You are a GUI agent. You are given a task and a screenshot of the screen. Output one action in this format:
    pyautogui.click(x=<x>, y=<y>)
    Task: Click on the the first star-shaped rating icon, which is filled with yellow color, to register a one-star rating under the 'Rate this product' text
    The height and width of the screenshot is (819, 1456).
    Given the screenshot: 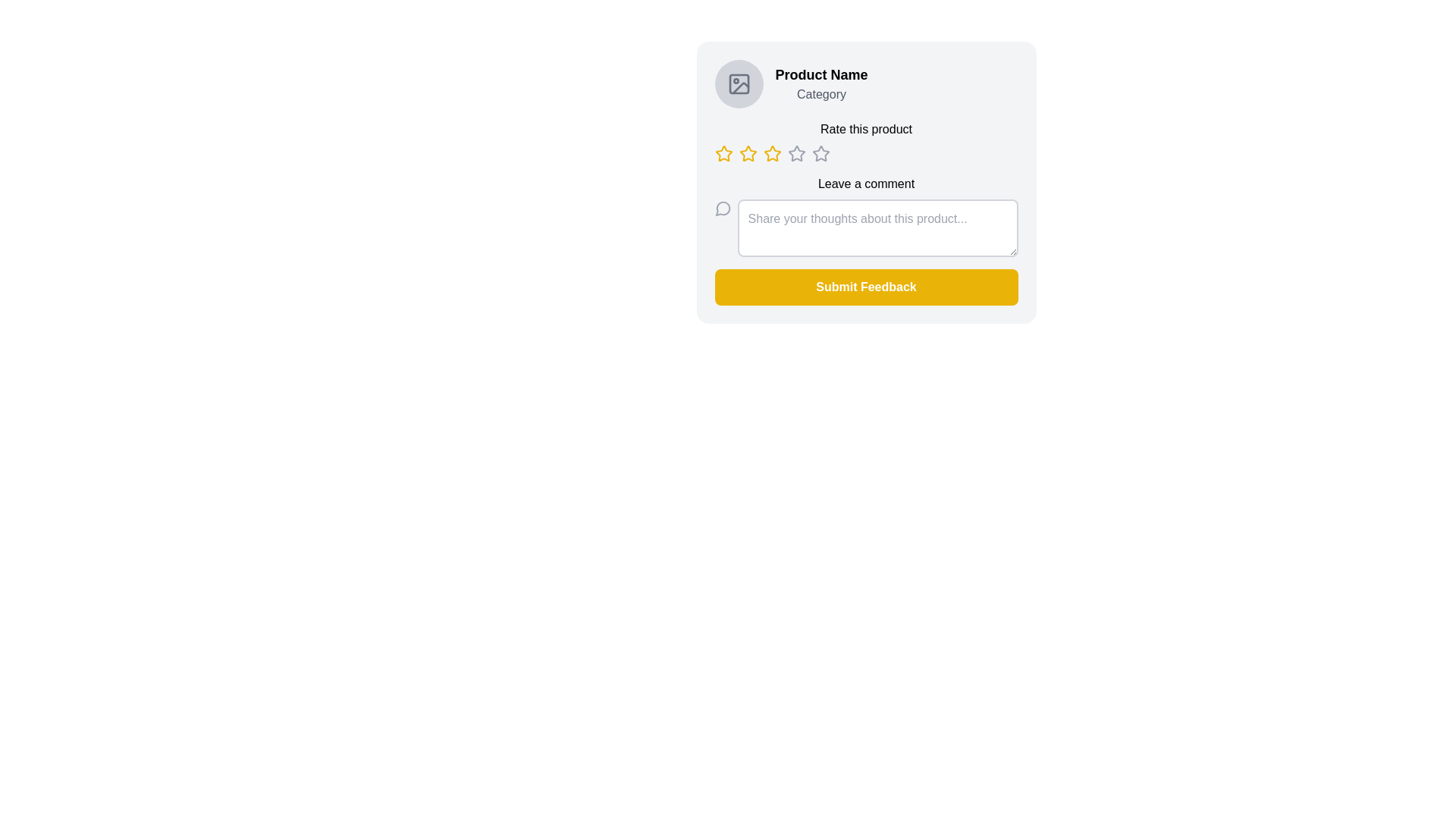 What is the action you would take?
    pyautogui.click(x=723, y=153)
    